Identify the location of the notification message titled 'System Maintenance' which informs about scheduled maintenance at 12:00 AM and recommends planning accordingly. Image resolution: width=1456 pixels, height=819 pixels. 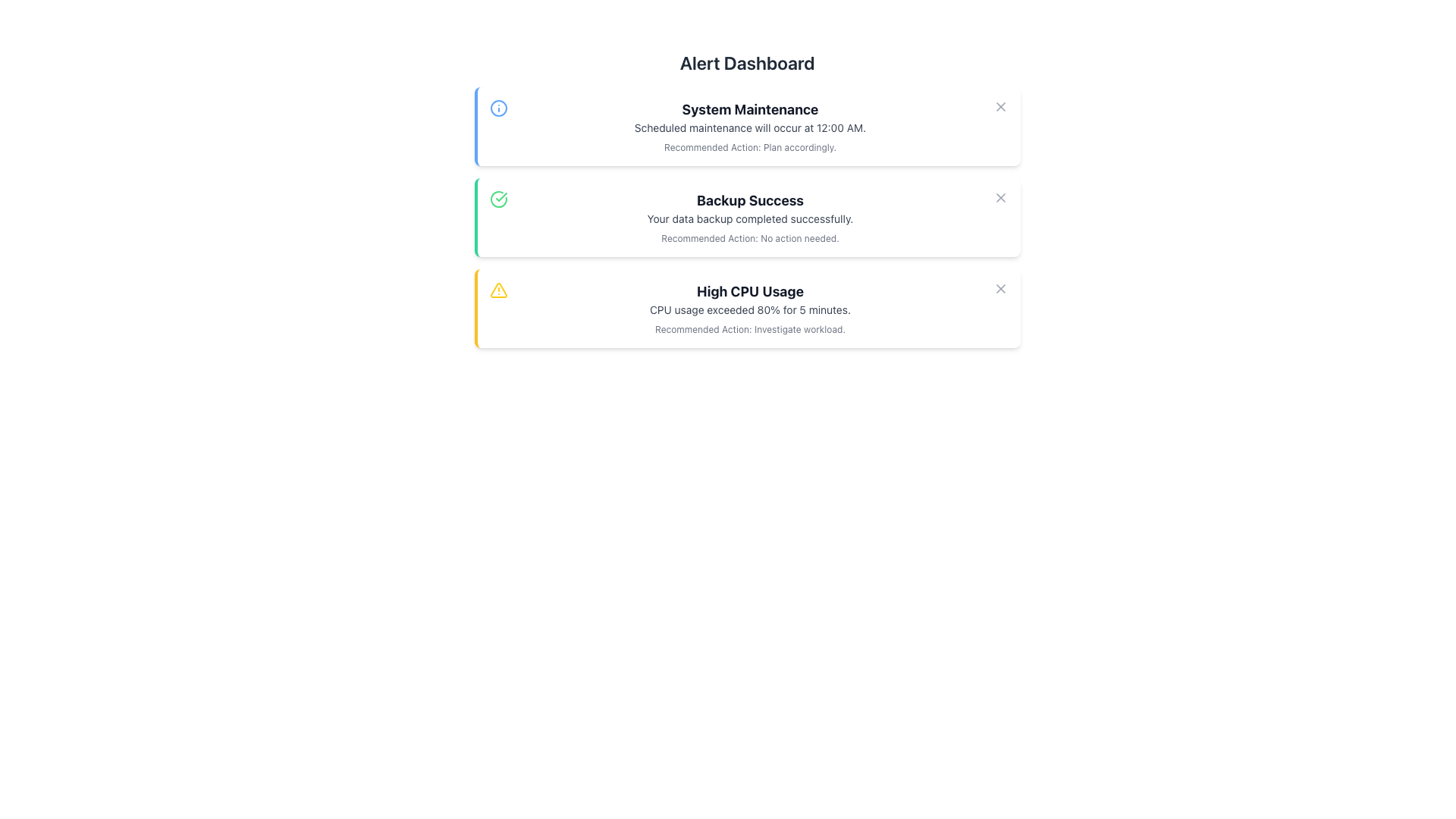
(750, 125).